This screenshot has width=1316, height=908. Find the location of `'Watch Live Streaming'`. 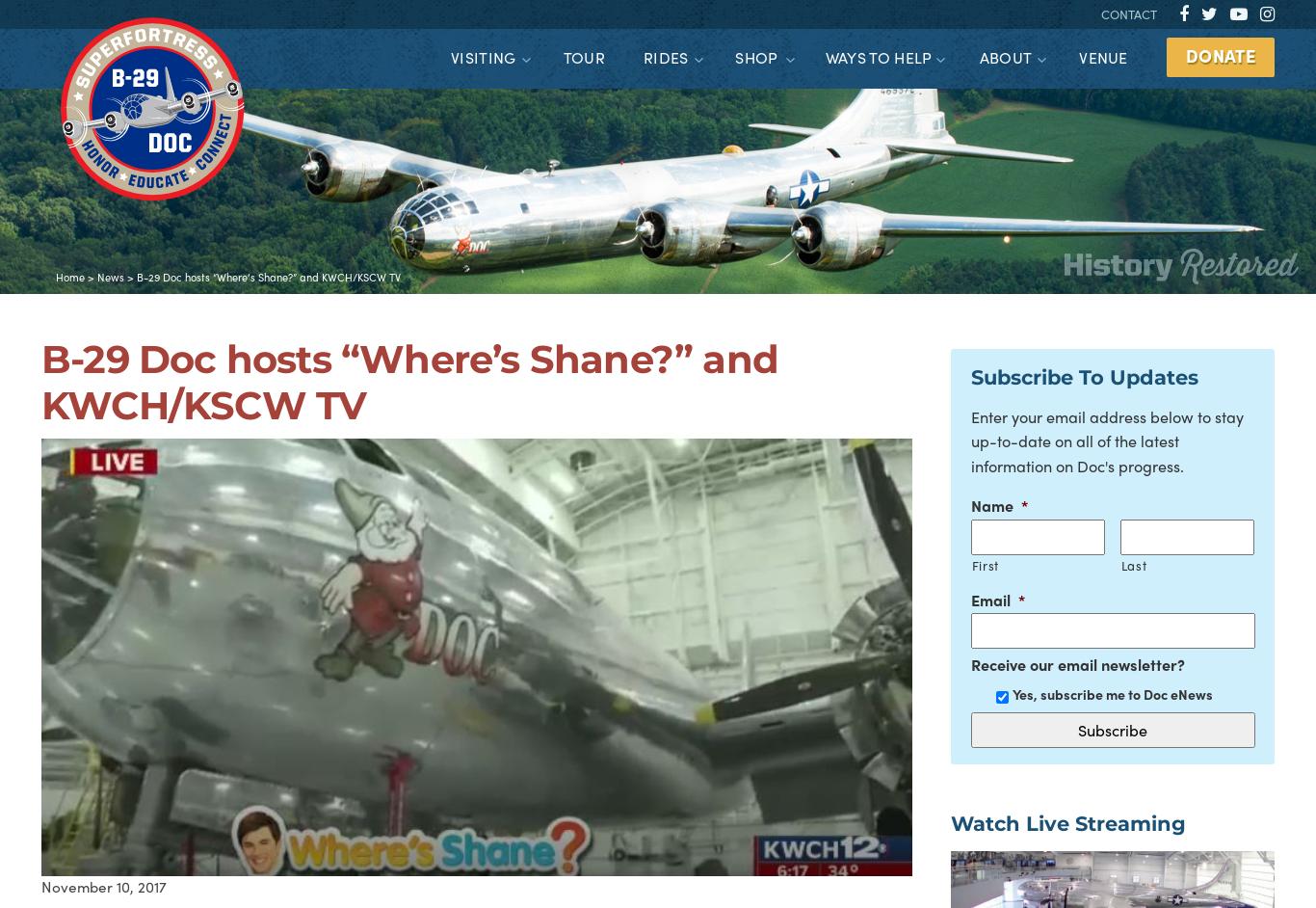

'Watch Live Streaming' is located at coordinates (1067, 822).